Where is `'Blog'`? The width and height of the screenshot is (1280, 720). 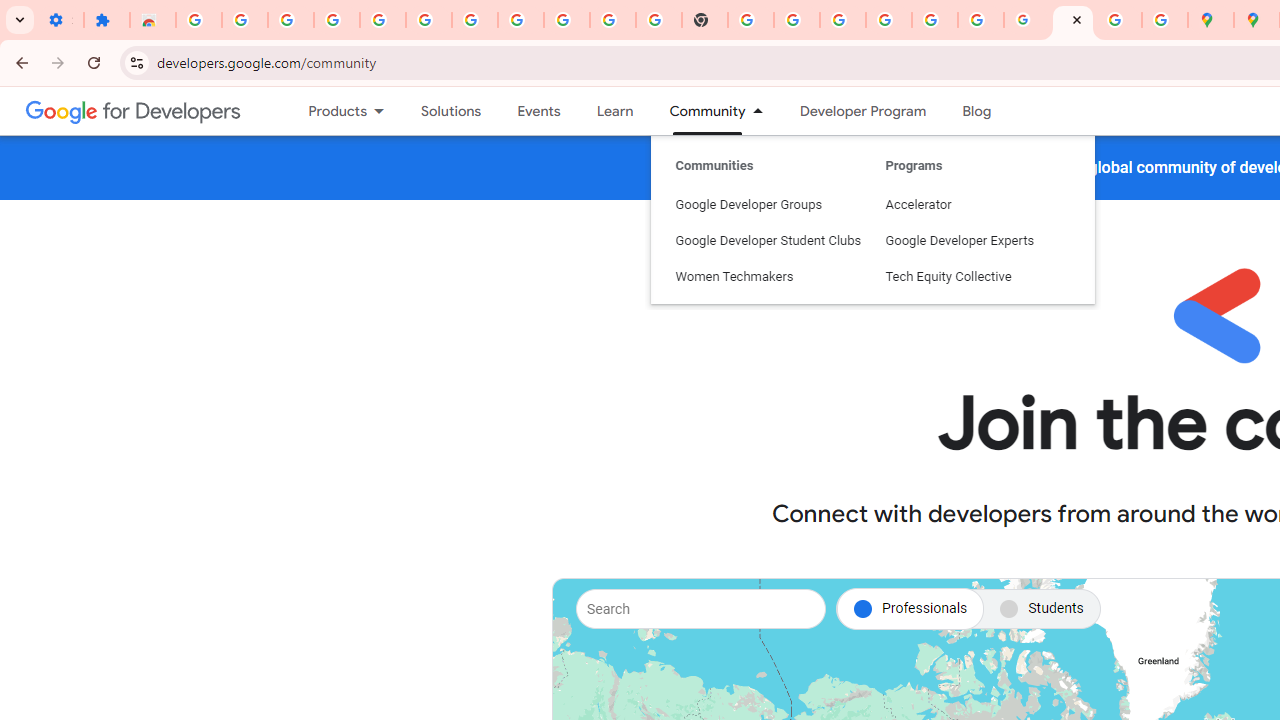
'Blog' is located at coordinates (977, 111).